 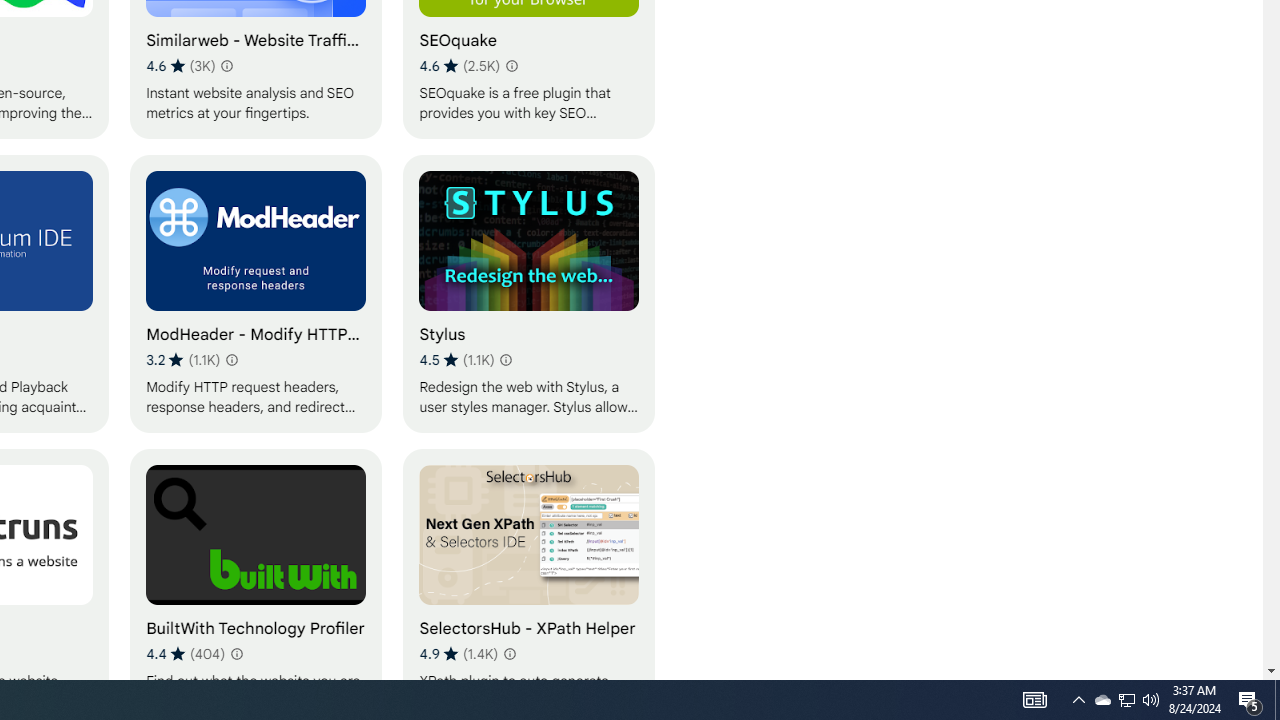 What do you see at coordinates (455, 360) in the screenshot?
I see `'Average rating 4.5 out of 5 stars. 1.1K ratings.'` at bounding box center [455, 360].